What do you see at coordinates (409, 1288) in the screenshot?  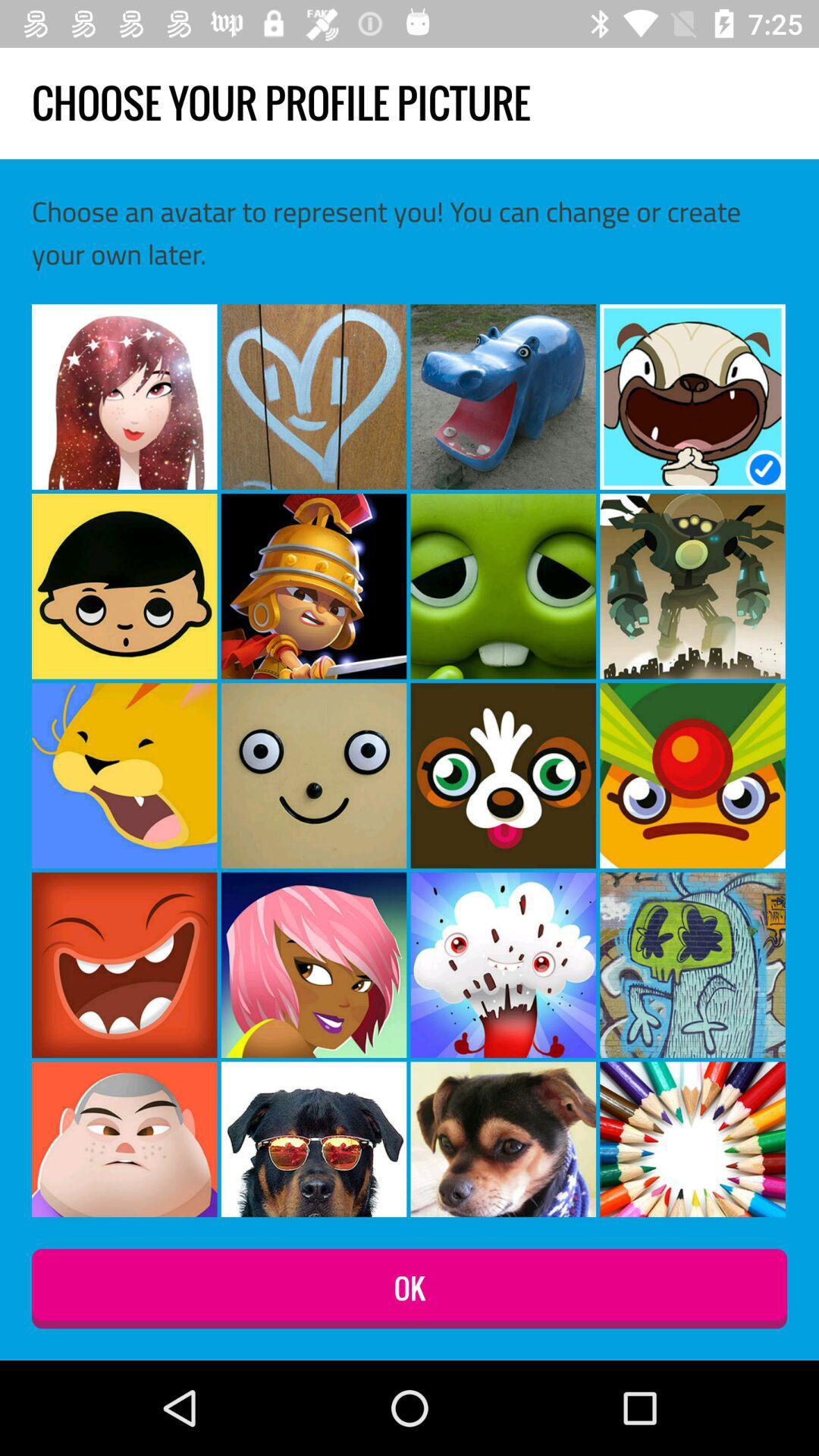 I see `ok item` at bounding box center [409, 1288].